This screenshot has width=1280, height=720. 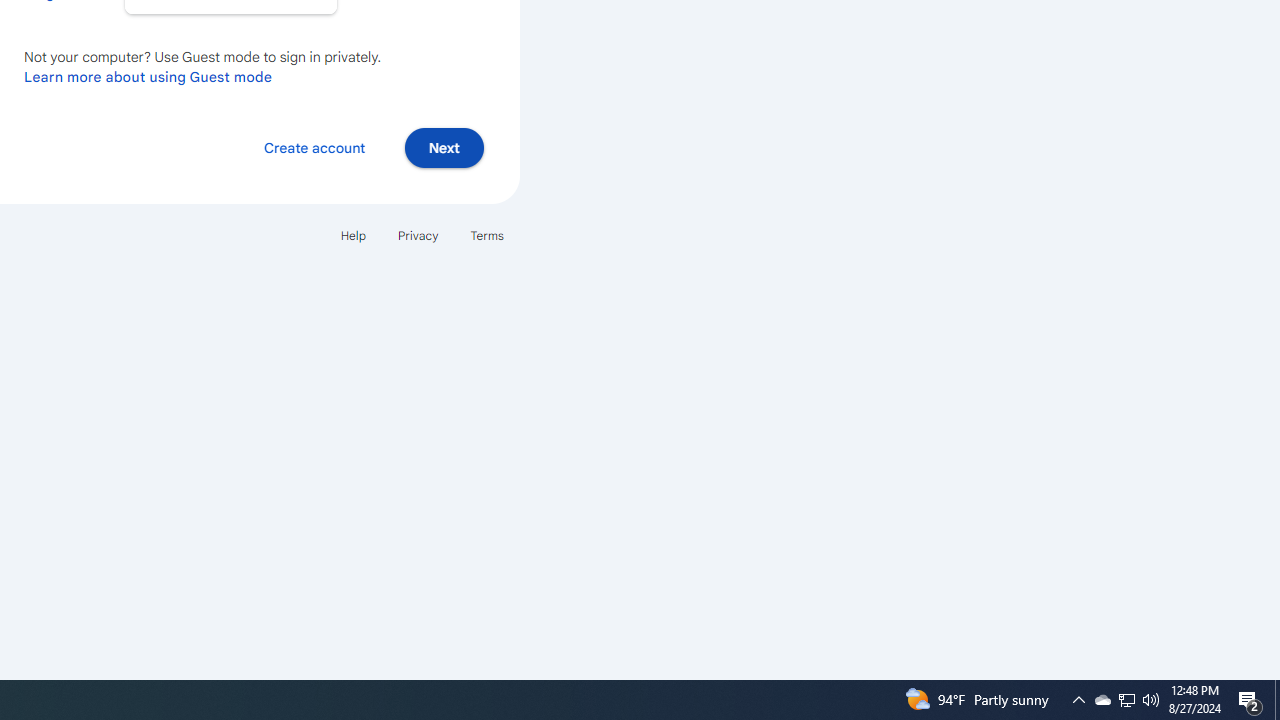 What do you see at coordinates (416, 234) in the screenshot?
I see `'Privacy'` at bounding box center [416, 234].